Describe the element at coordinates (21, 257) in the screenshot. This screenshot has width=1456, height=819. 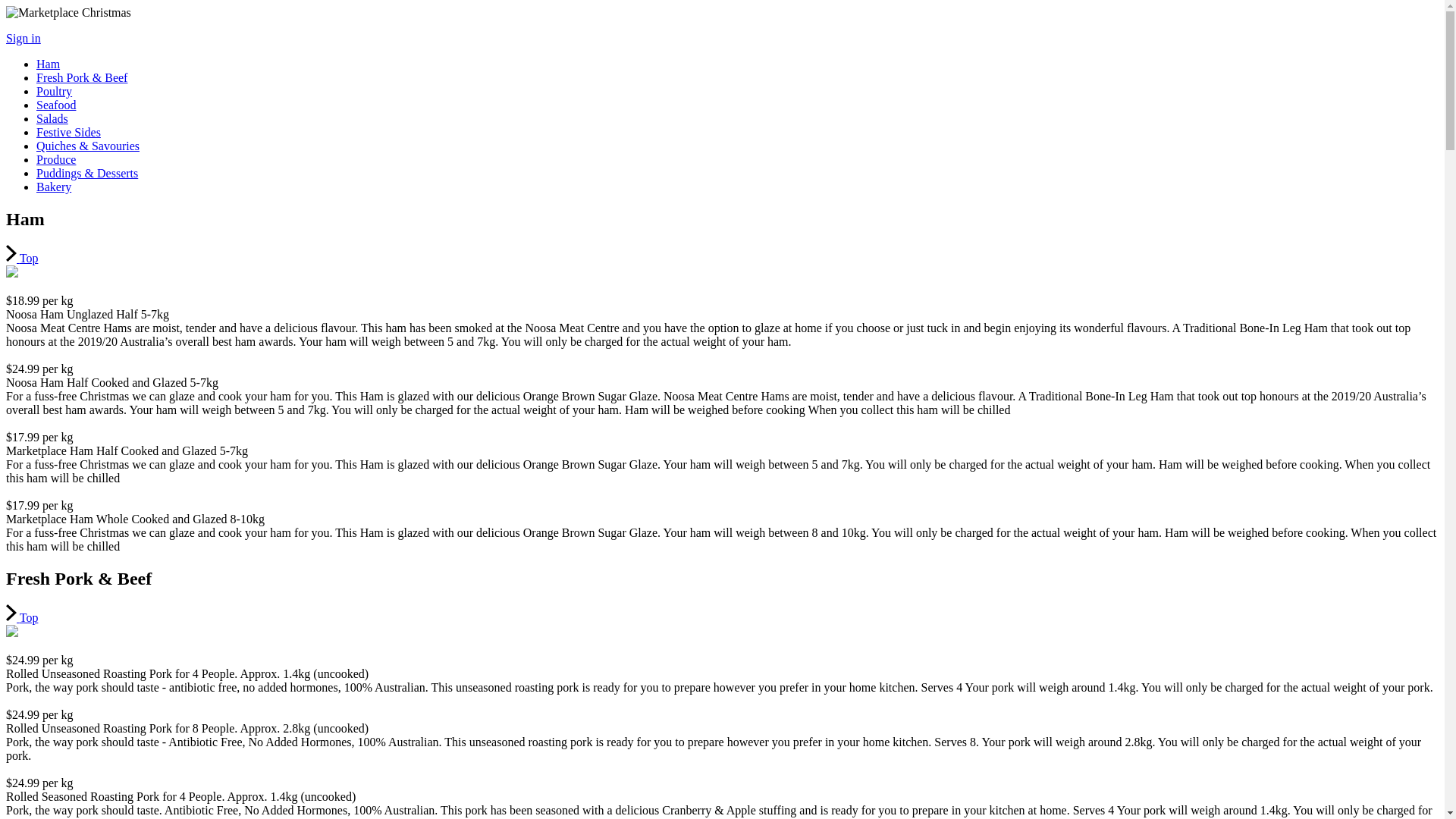
I see `'Top'` at that location.